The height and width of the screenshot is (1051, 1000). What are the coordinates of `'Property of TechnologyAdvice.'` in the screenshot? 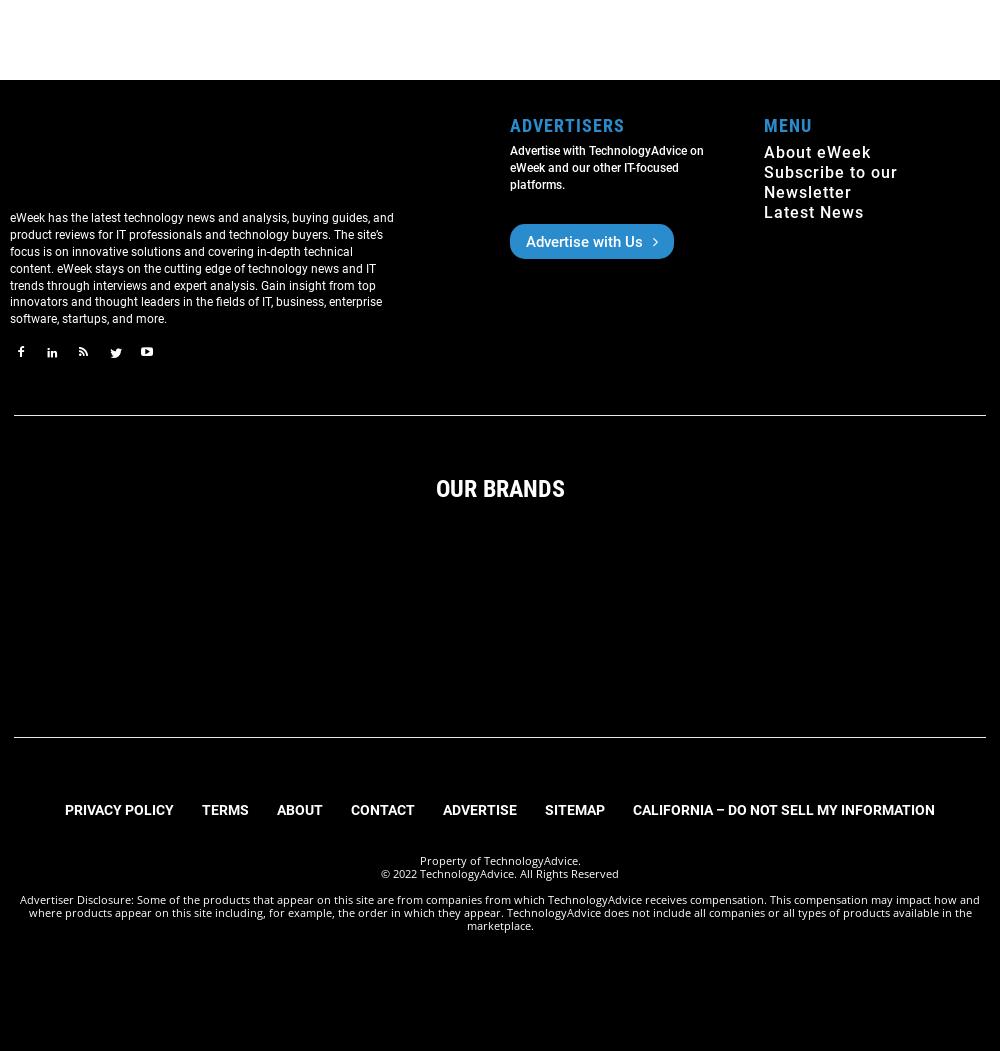 It's located at (498, 858).